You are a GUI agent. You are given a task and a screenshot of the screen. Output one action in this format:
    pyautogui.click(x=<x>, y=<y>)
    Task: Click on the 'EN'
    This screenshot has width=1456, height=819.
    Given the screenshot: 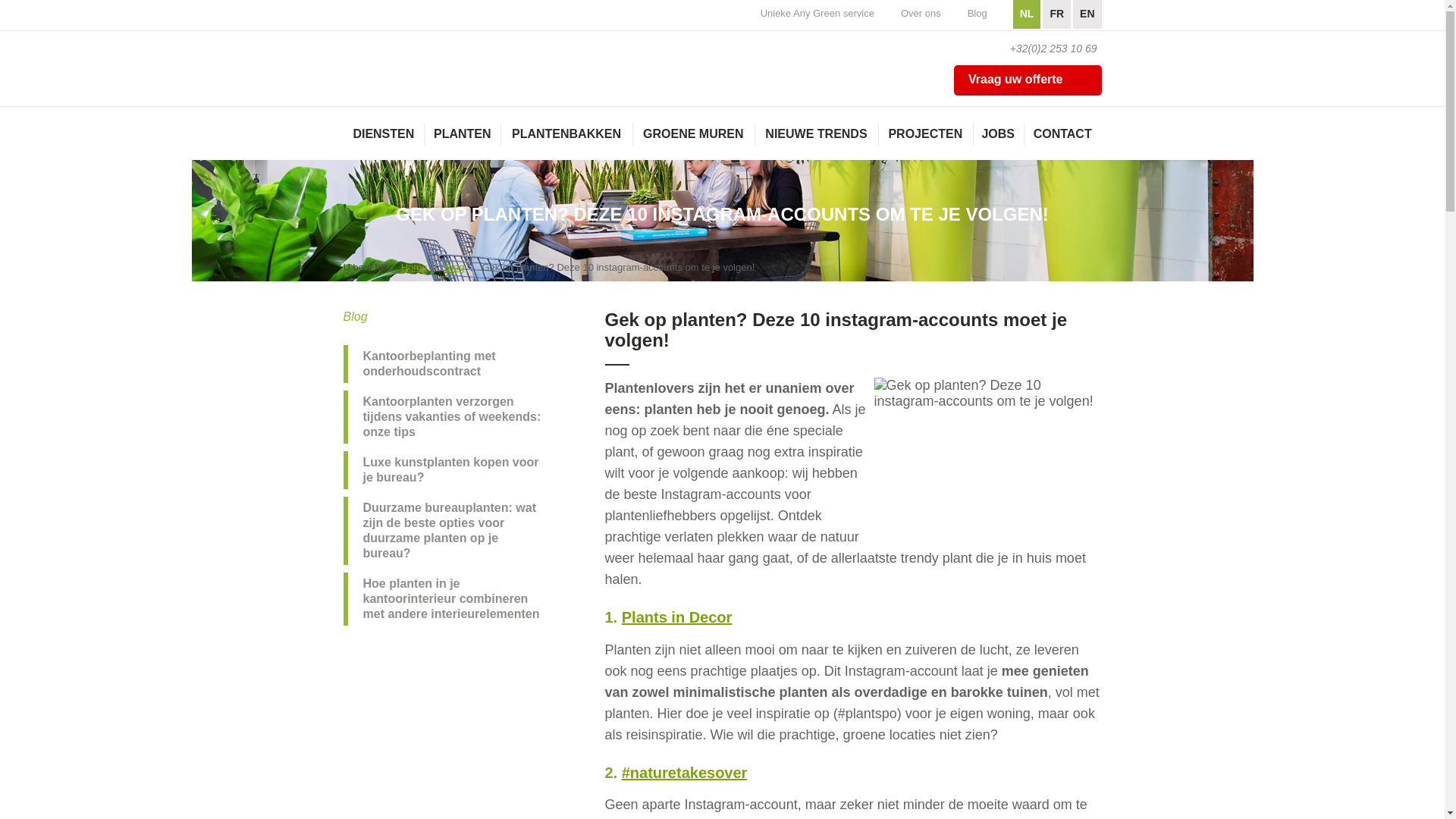 What is the action you would take?
    pyautogui.click(x=1086, y=14)
    